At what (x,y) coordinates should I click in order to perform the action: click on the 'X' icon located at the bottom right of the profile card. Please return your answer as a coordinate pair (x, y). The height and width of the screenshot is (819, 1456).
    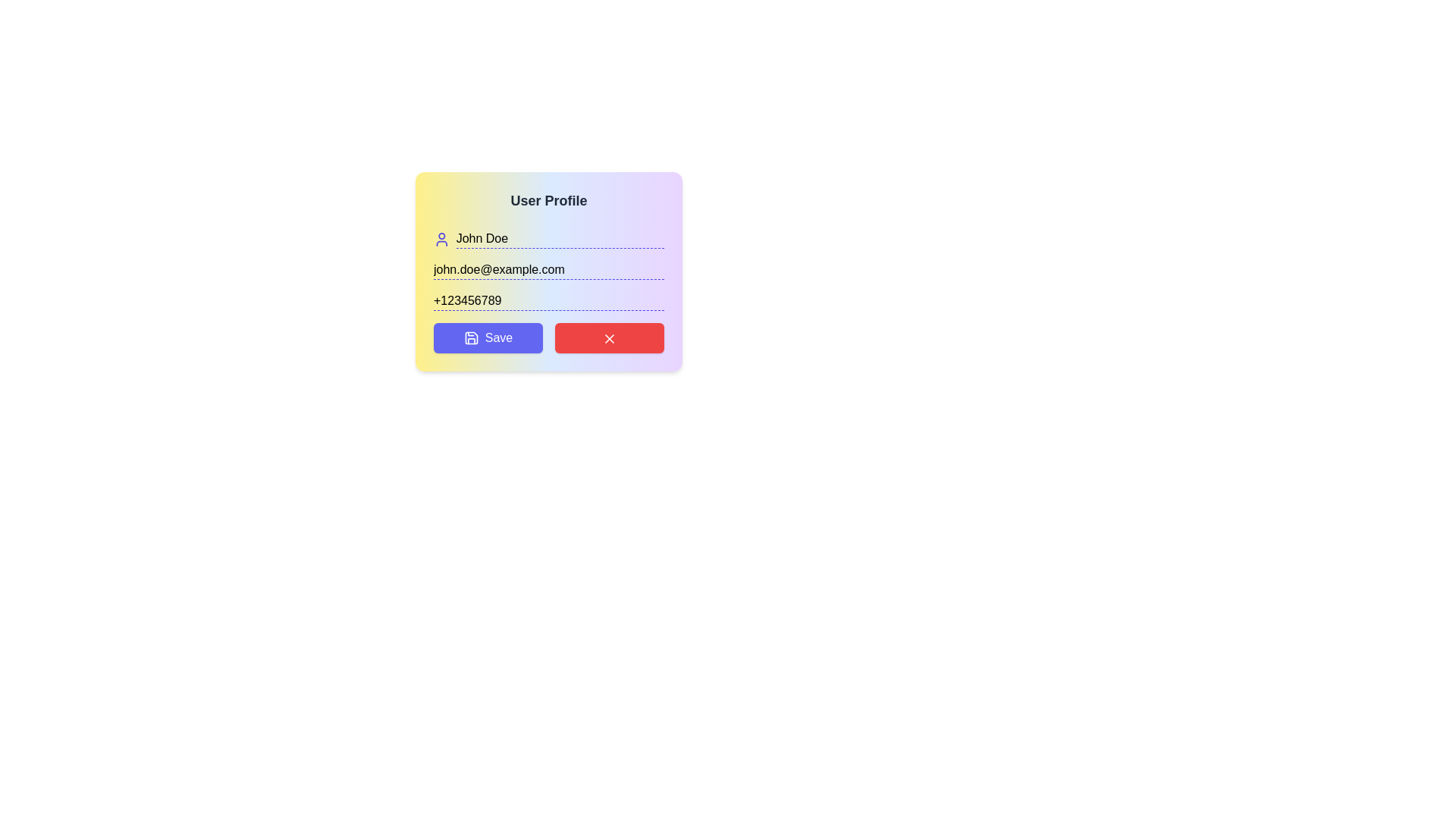
    Looking at the image, I should click on (610, 337).